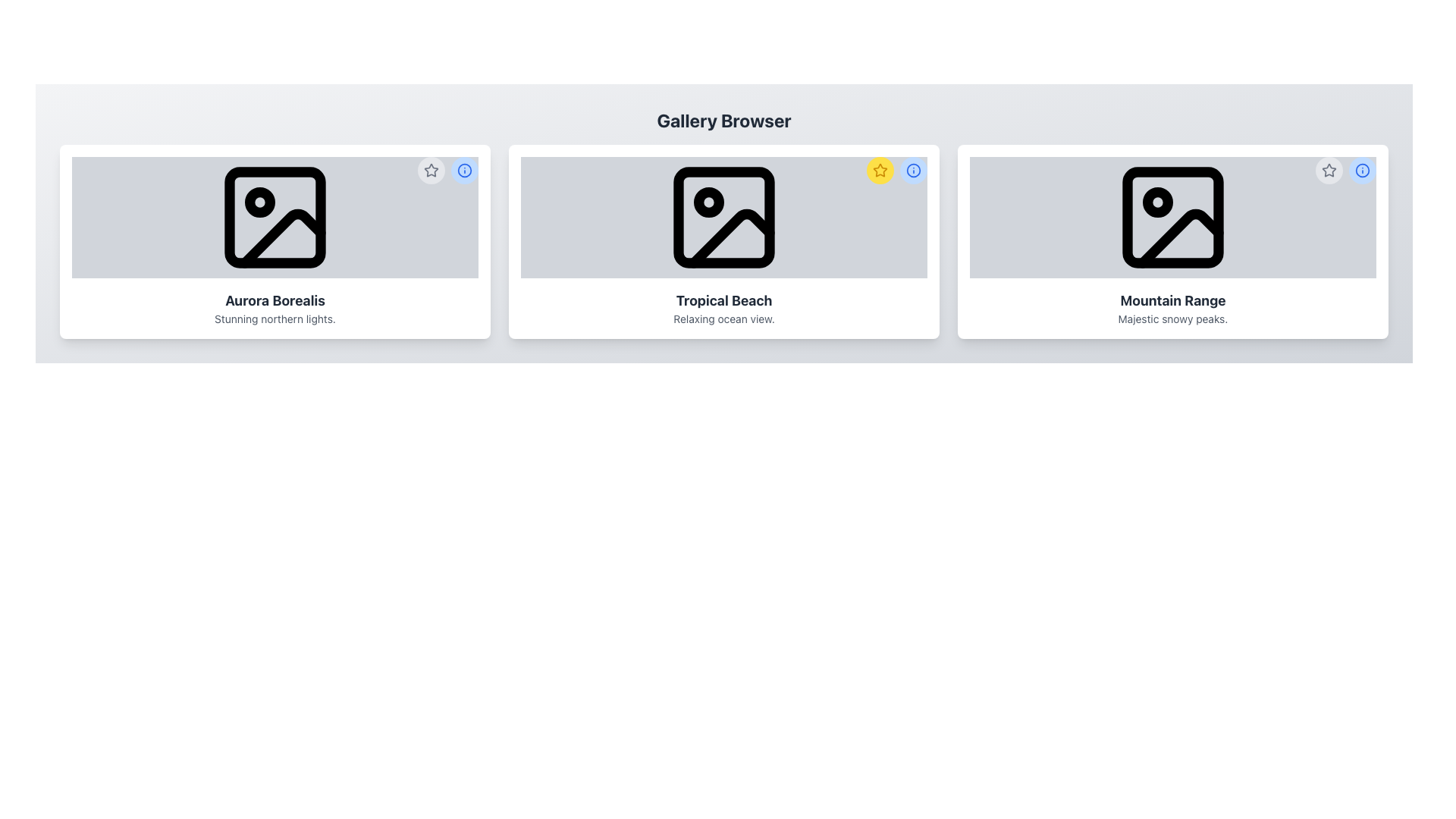 The height and width of the screenshot is (819, 1456). I want to click on the information icon located at the top right corner of the 'Tropical Beach' card, so click(912, 170).